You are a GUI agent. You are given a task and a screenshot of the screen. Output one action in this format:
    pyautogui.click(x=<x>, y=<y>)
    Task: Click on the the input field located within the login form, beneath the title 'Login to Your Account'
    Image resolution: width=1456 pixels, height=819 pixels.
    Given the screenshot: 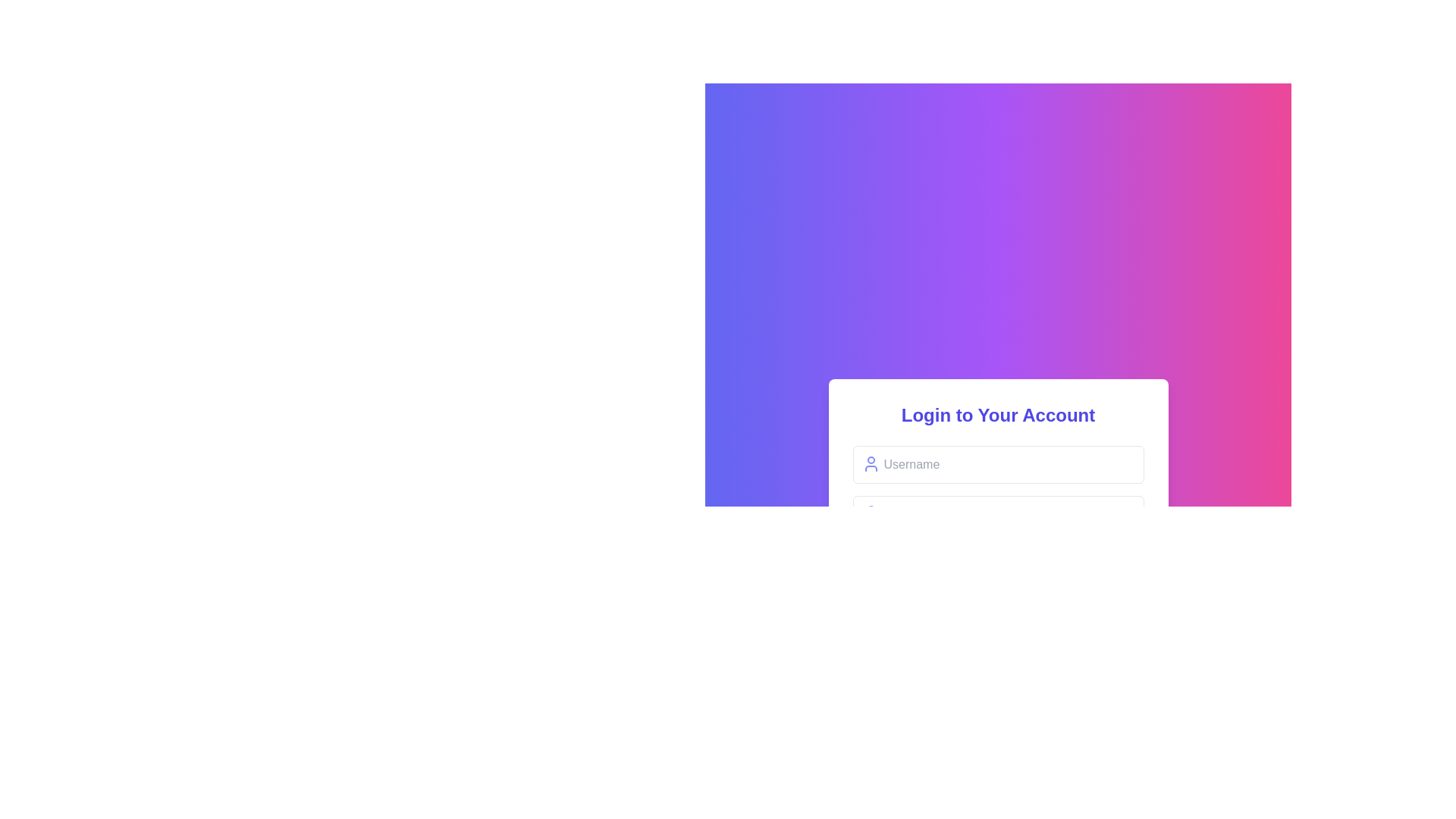 What is the action you would take?
    pyautogui.click(x=998, y=513)
    